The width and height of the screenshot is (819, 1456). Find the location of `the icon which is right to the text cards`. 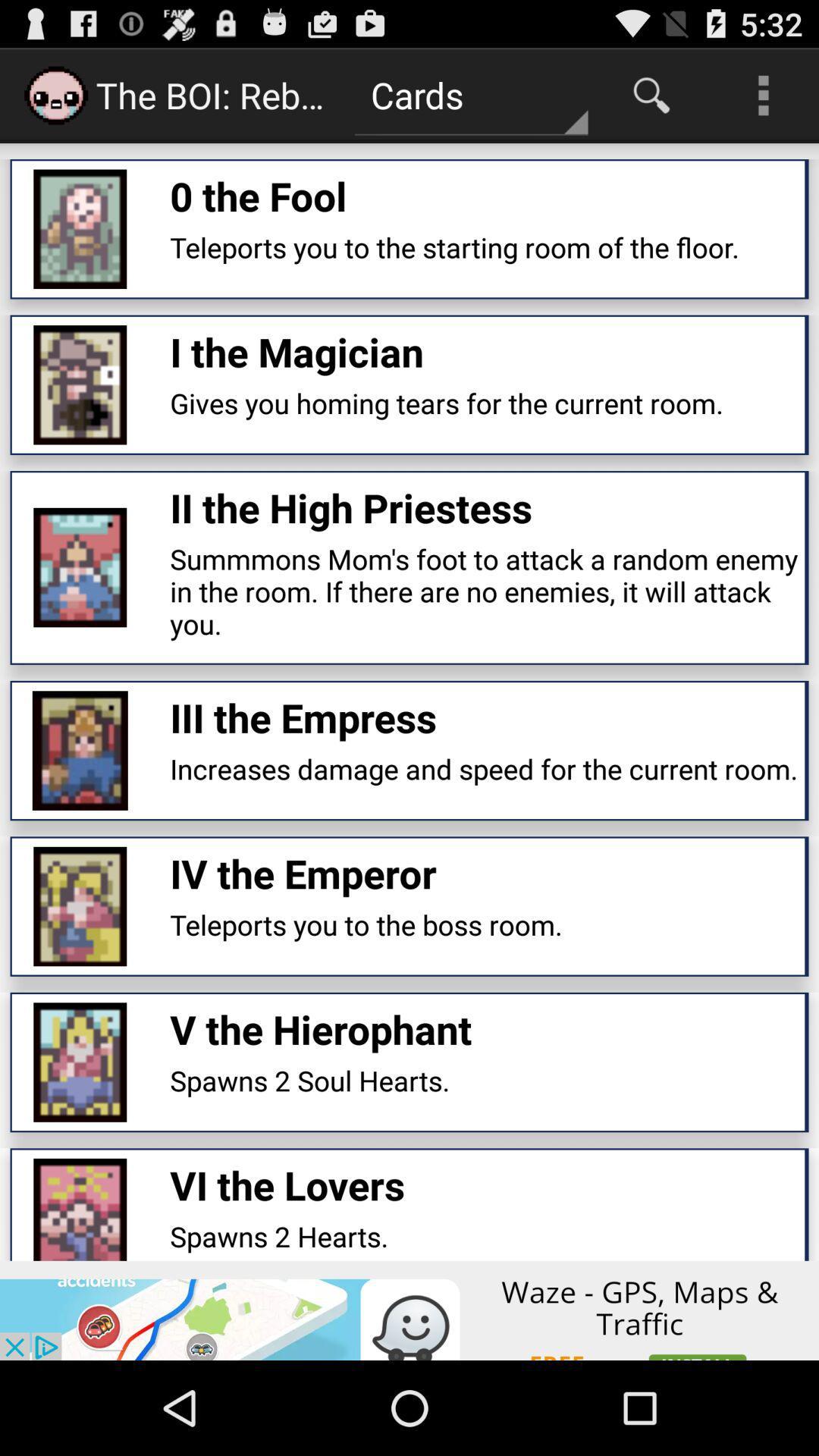

the icon which is right to the text cards is located at coordinates (651, 94).